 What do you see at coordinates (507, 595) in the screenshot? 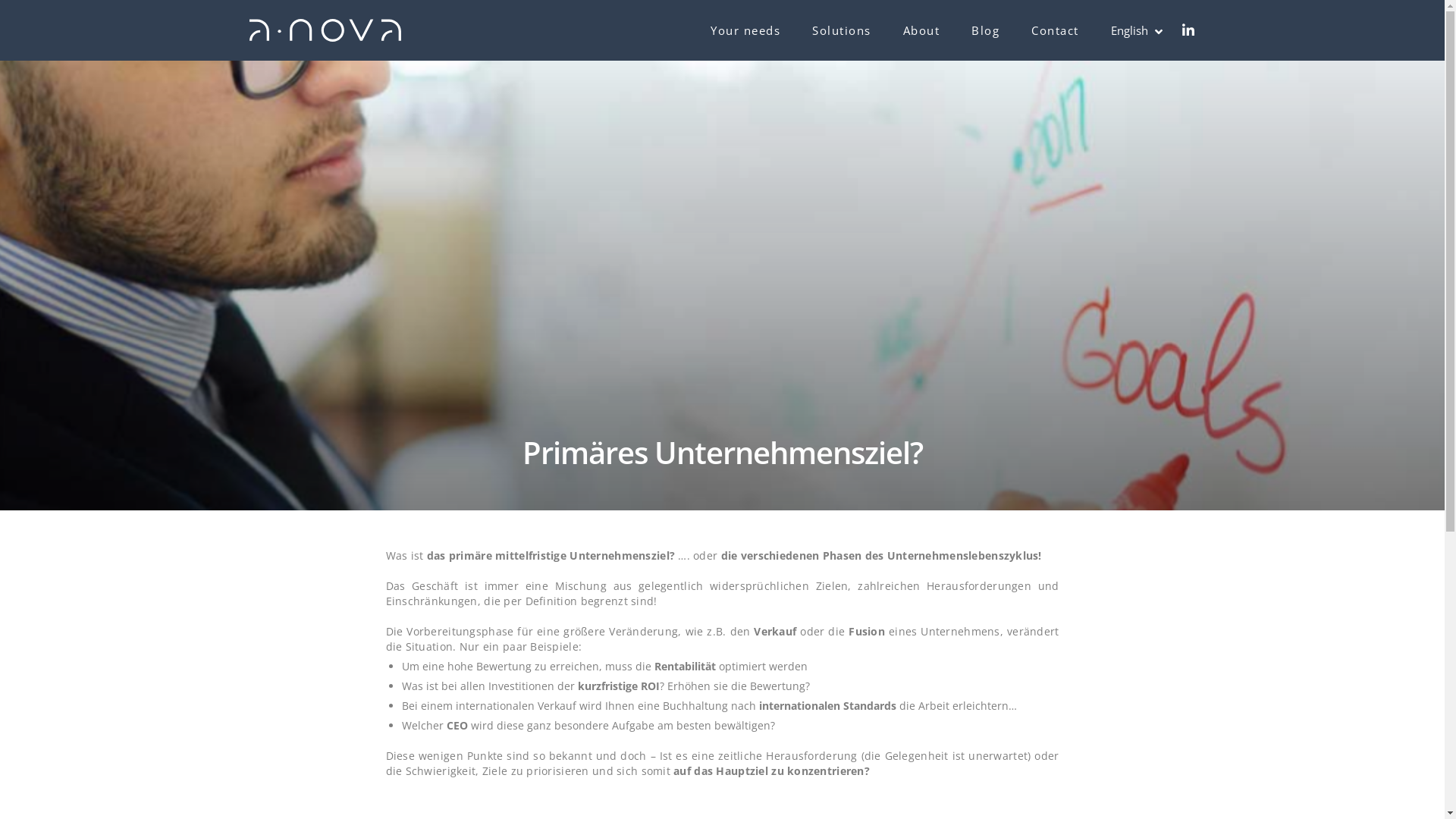
I see `'About'` at bounding box center [507, 595].